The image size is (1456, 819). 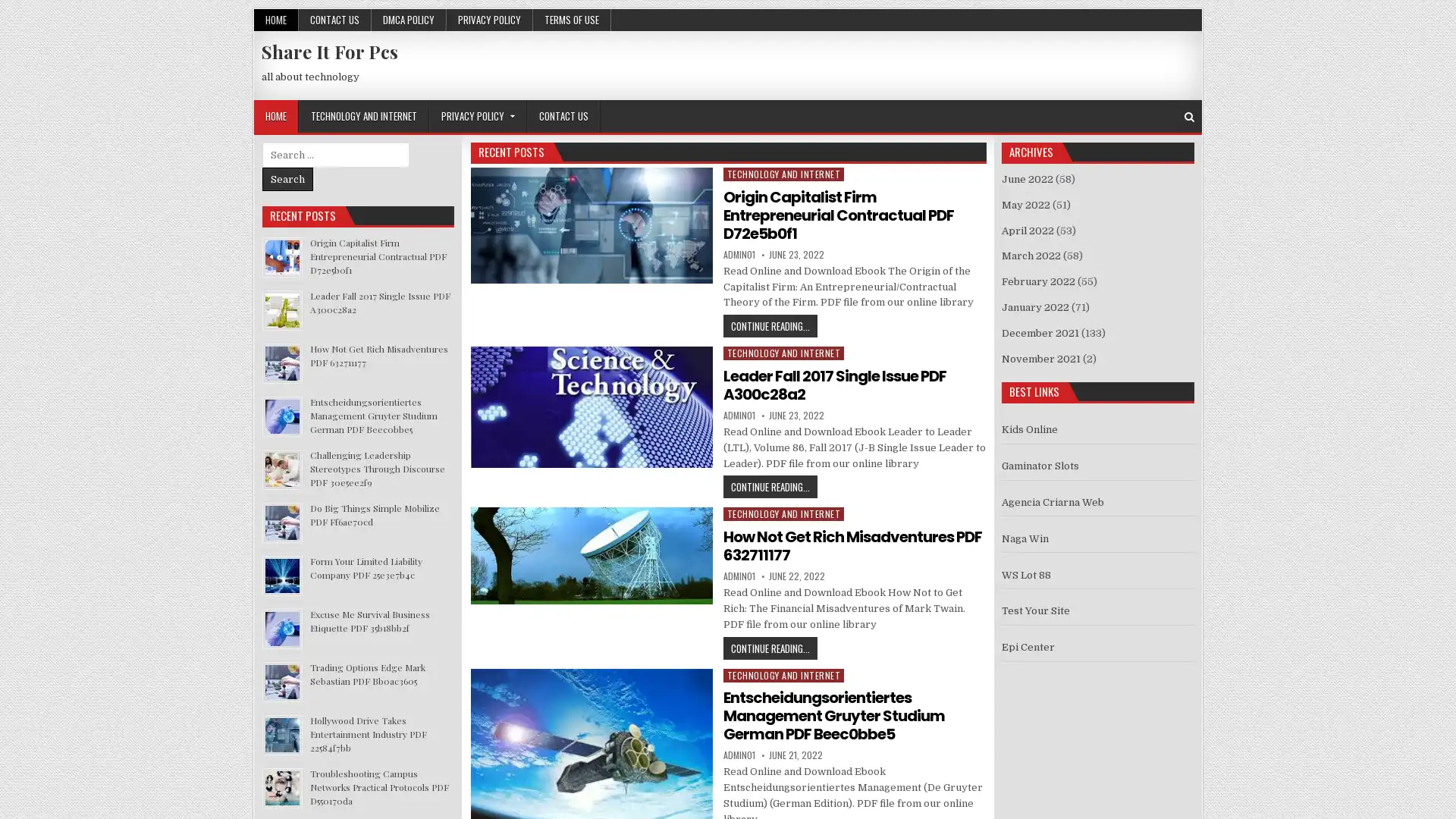 What do you see at coordinates (287, 178) in the screenshot?
I see `Search` at bounding box center [287, 178].